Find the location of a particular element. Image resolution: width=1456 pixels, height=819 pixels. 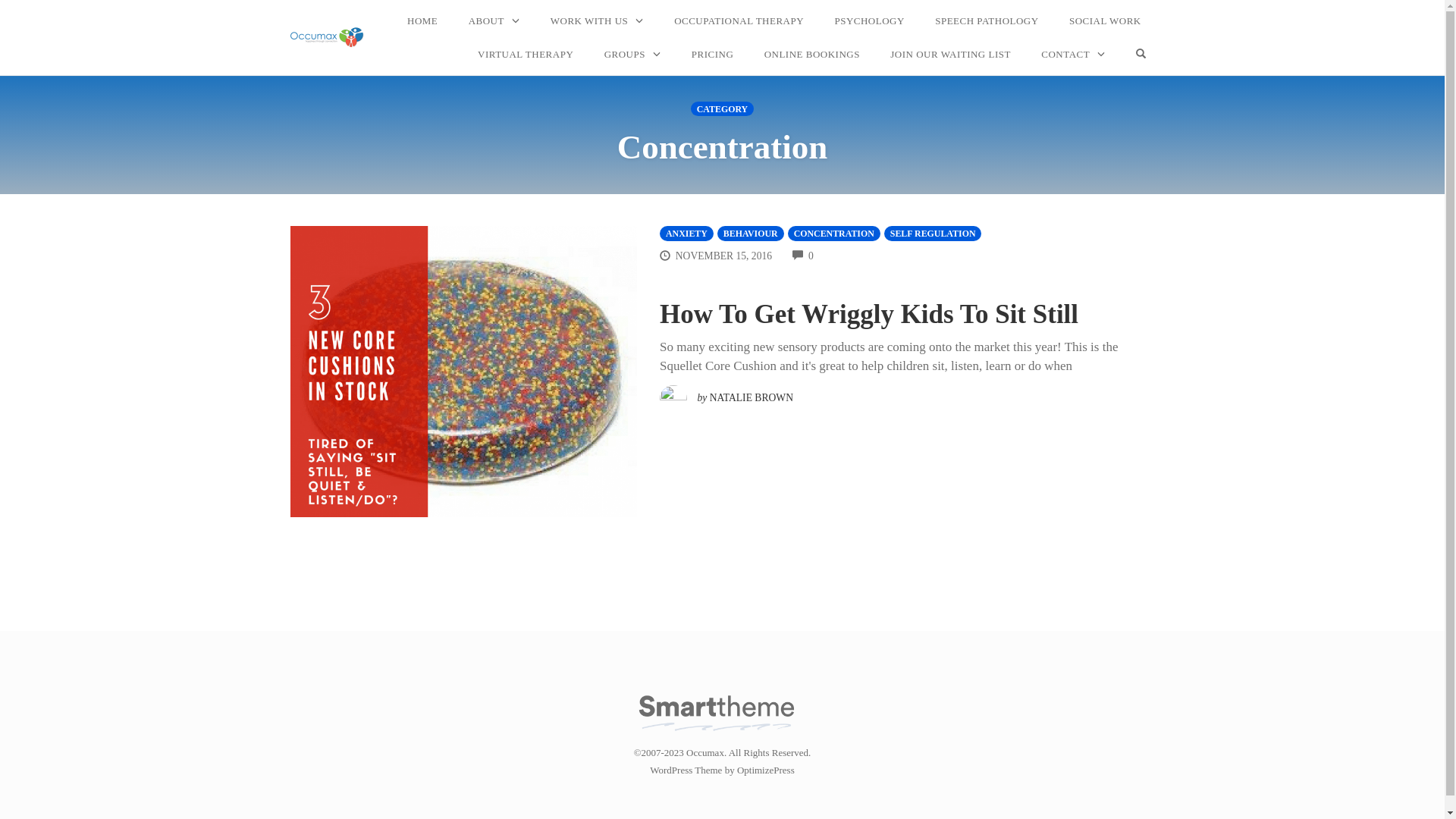

'0 is located at coordinates (802, 255).